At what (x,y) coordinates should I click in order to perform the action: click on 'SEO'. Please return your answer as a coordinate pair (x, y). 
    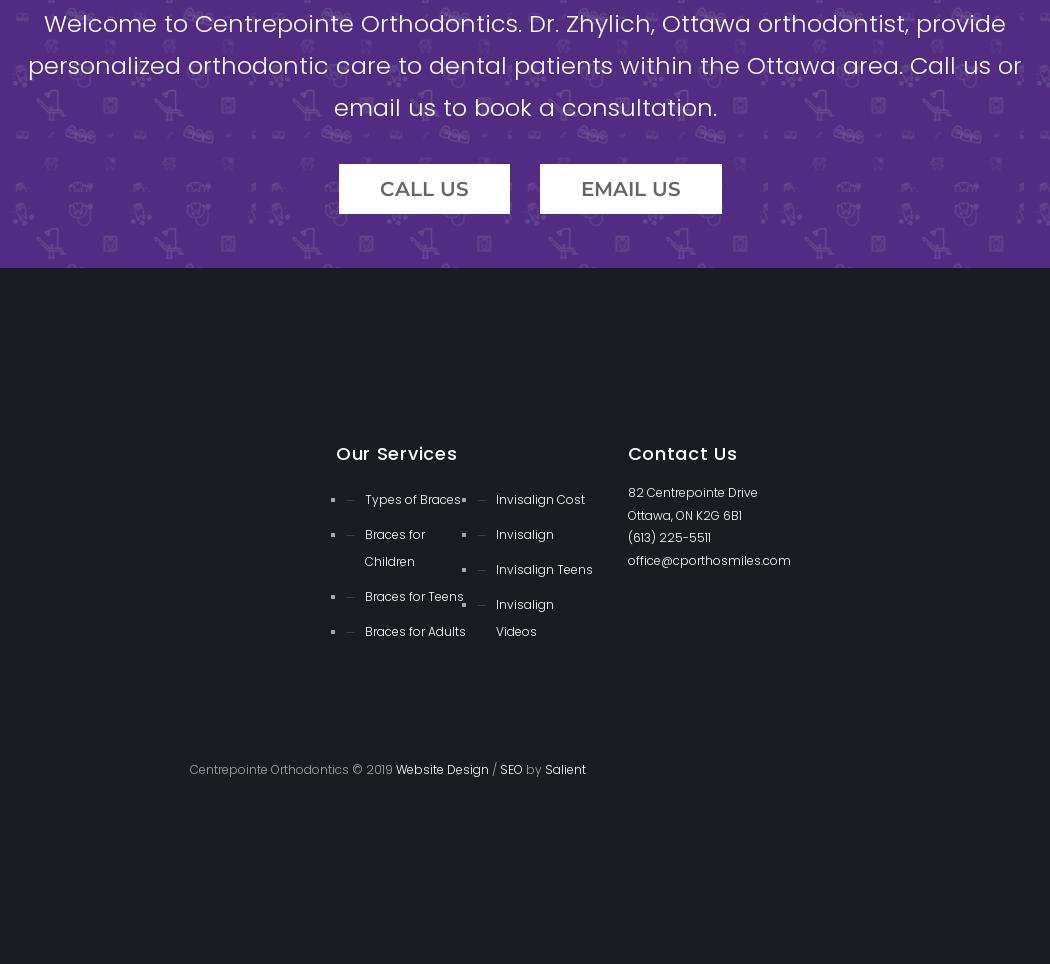
    Looking at the image, I should click on (510, 768).